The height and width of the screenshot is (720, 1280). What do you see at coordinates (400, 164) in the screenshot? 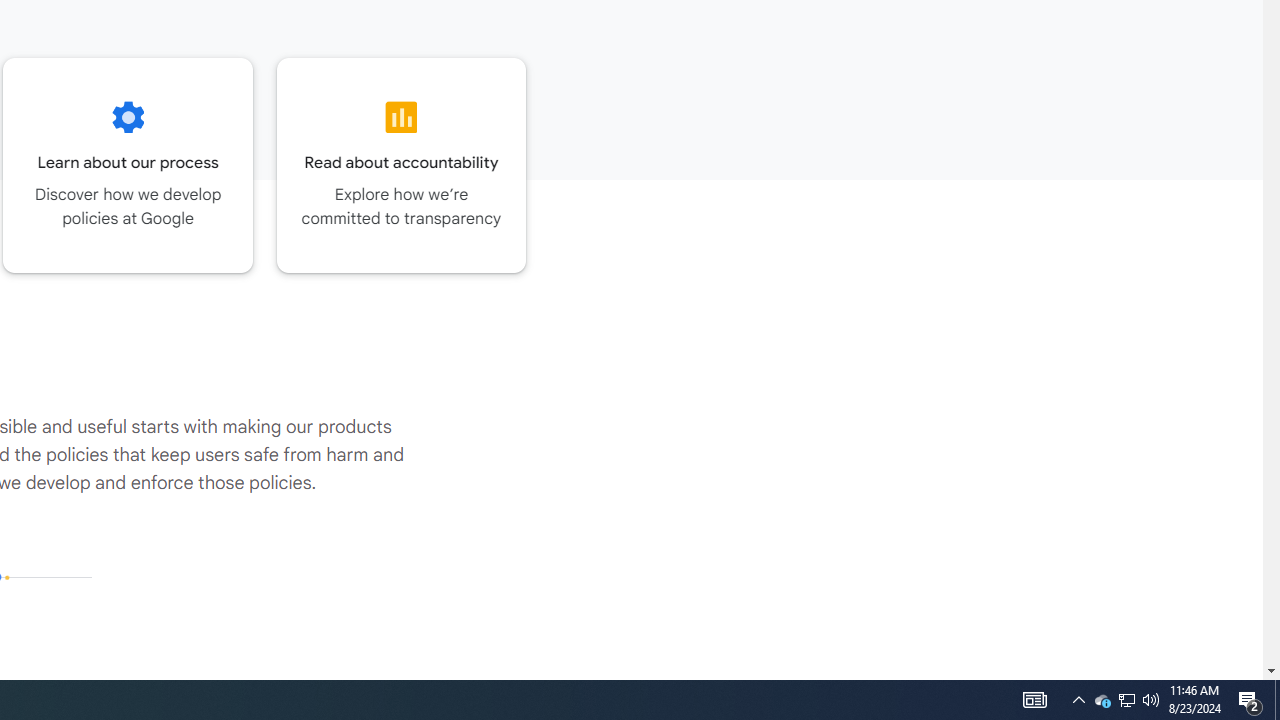
I see `'Go to the Accountability page'` at bounding box center [400, 164].